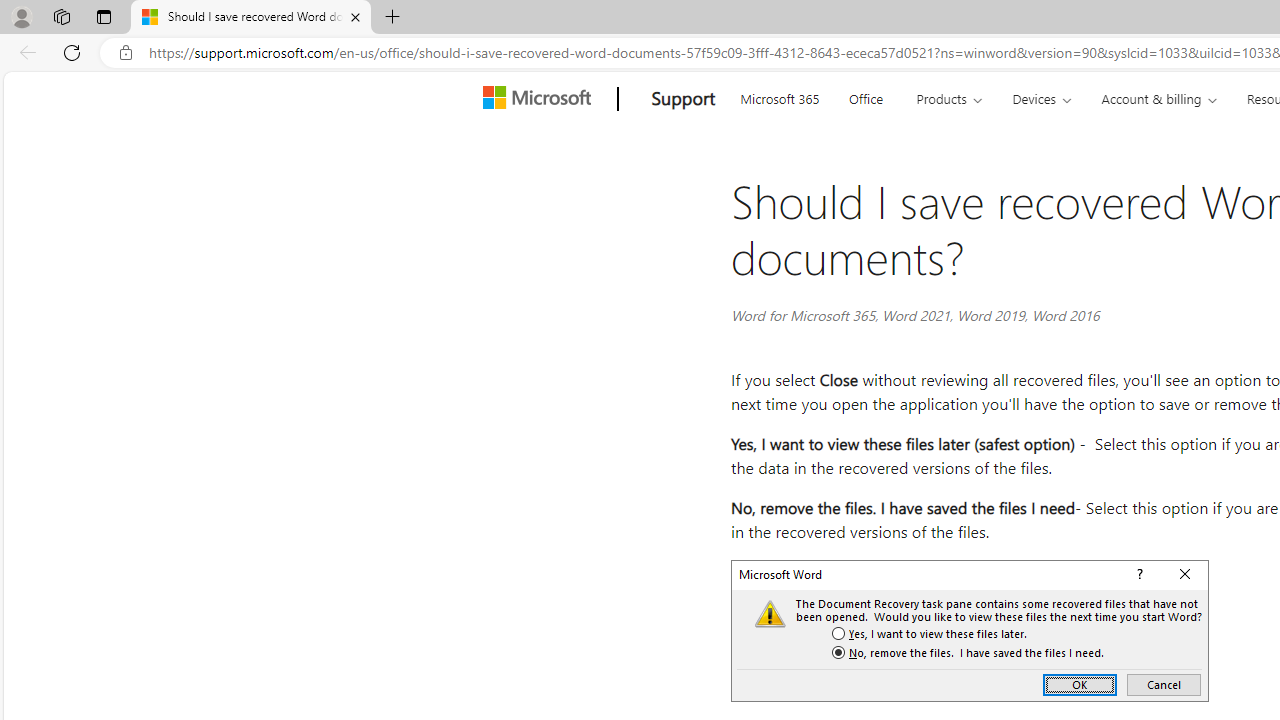 Image resolution: width=1280 pixels, height=720 pixels. I want to click on 'Close tab', so click(355, 17).